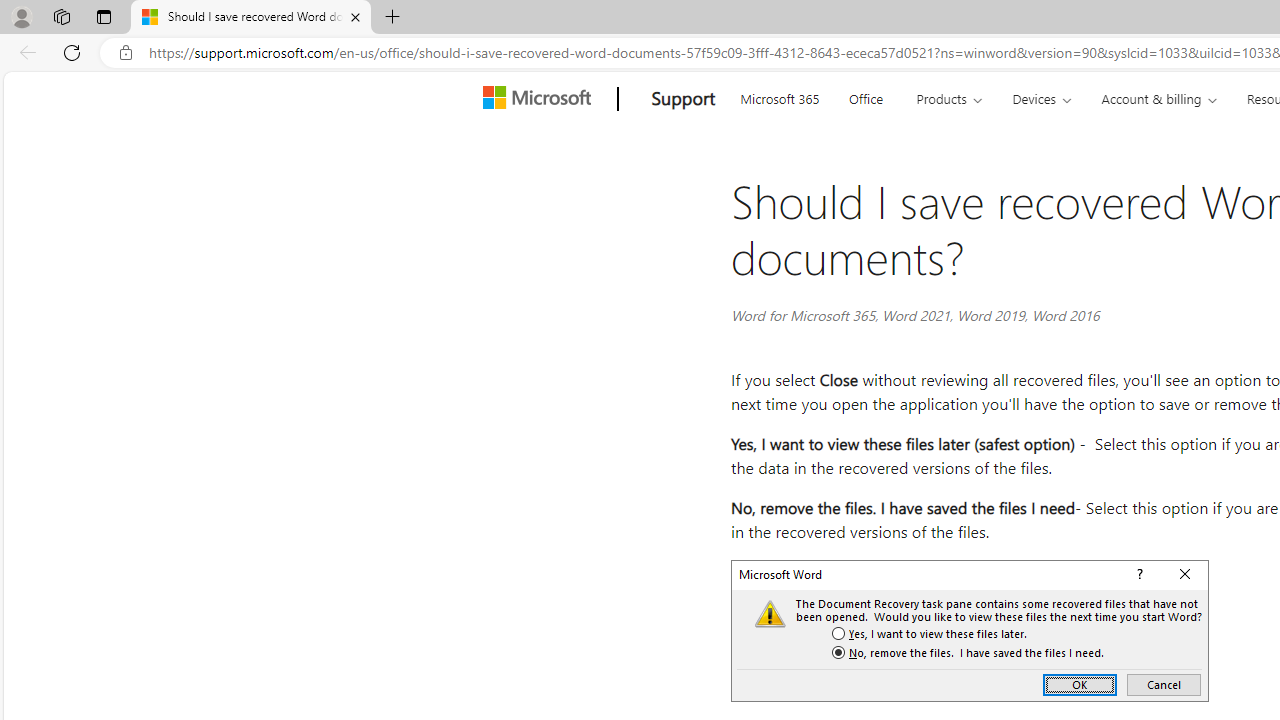 Image resolution: width=1280 pixels, height=720 pixels. I want to click on 'Close tab', so click(355, 17).